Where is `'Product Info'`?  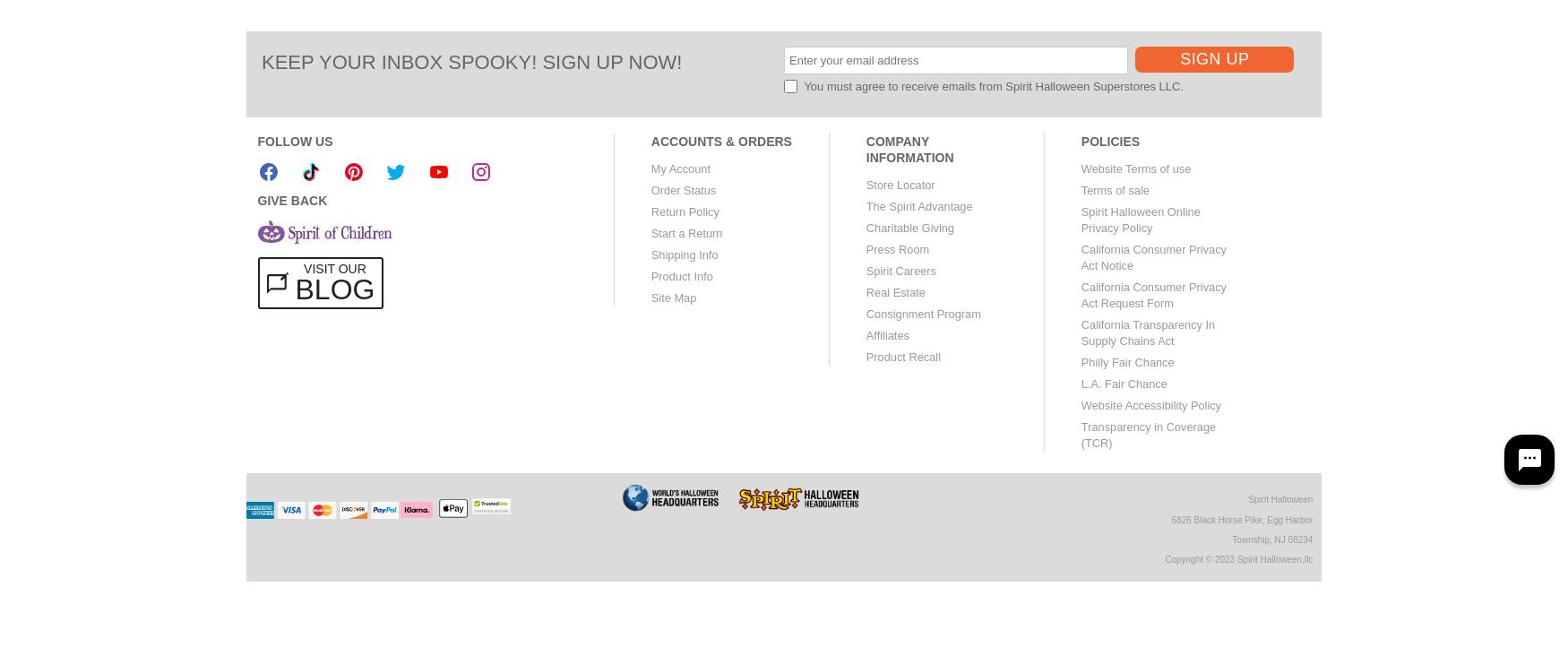
'Product Info' is located at coordinates (680, 275).